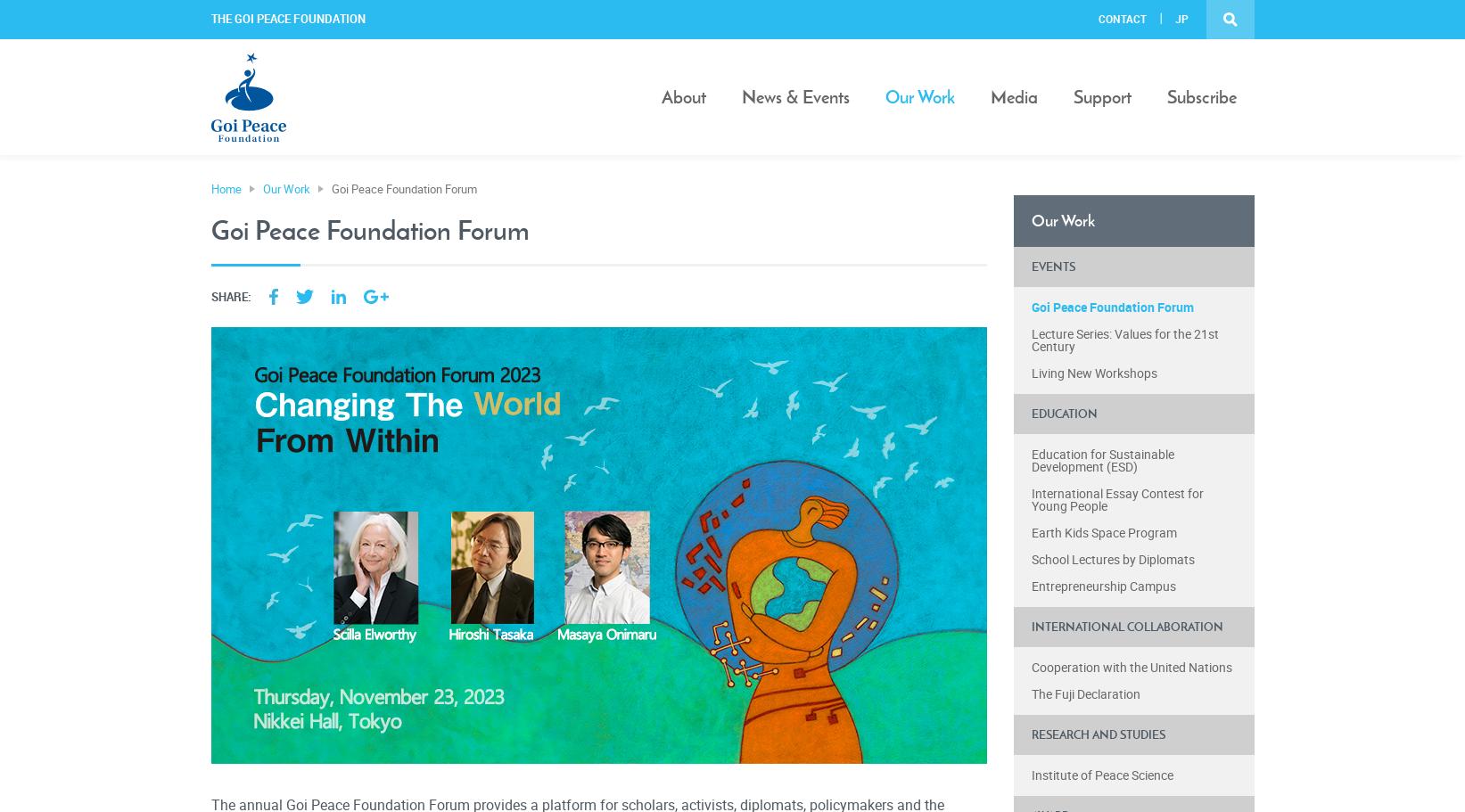  I want to click on 'Publications', so click(1026, 156).